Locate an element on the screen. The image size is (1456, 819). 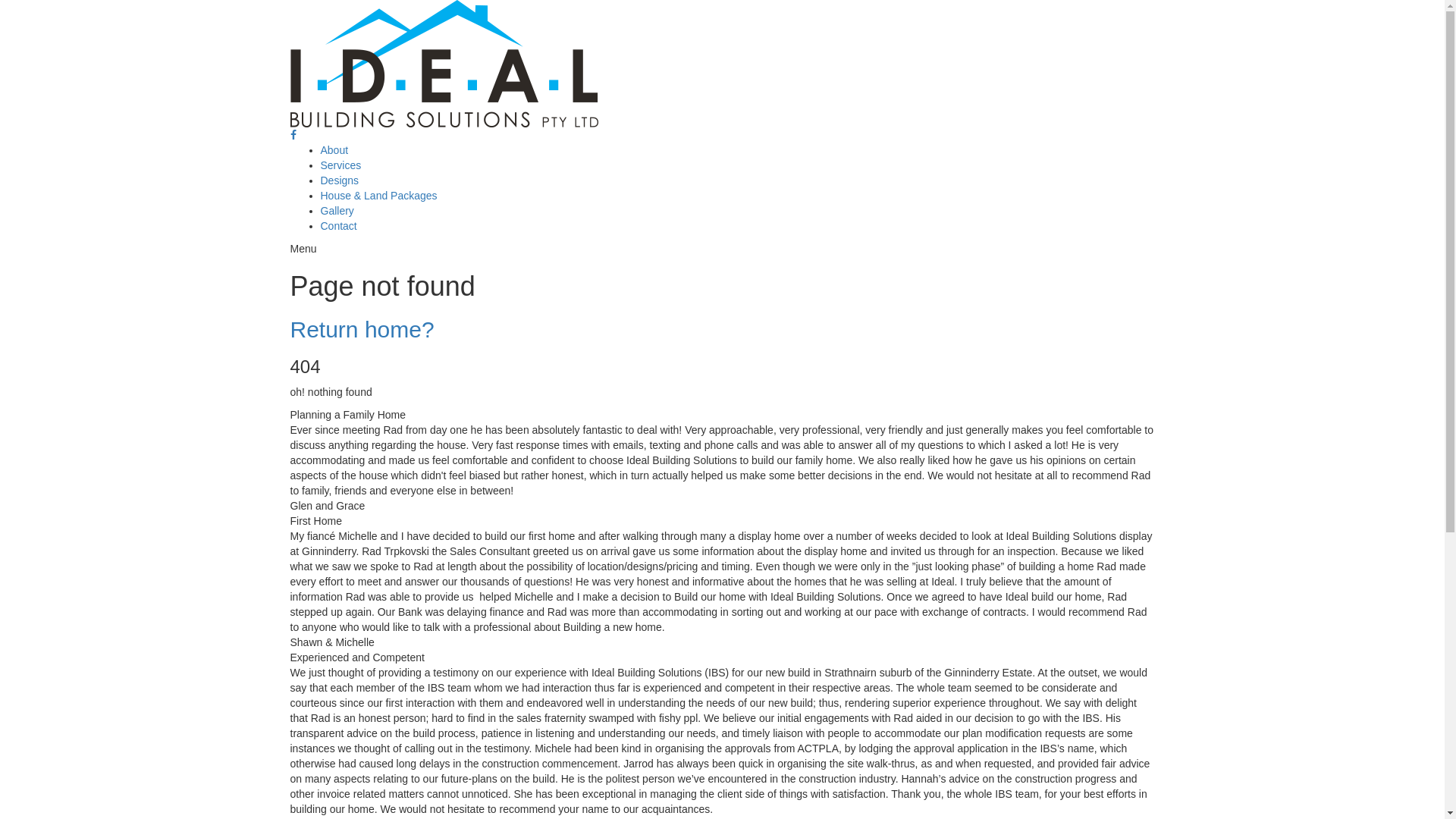
'Contact' is located at coordinates (337, 225).